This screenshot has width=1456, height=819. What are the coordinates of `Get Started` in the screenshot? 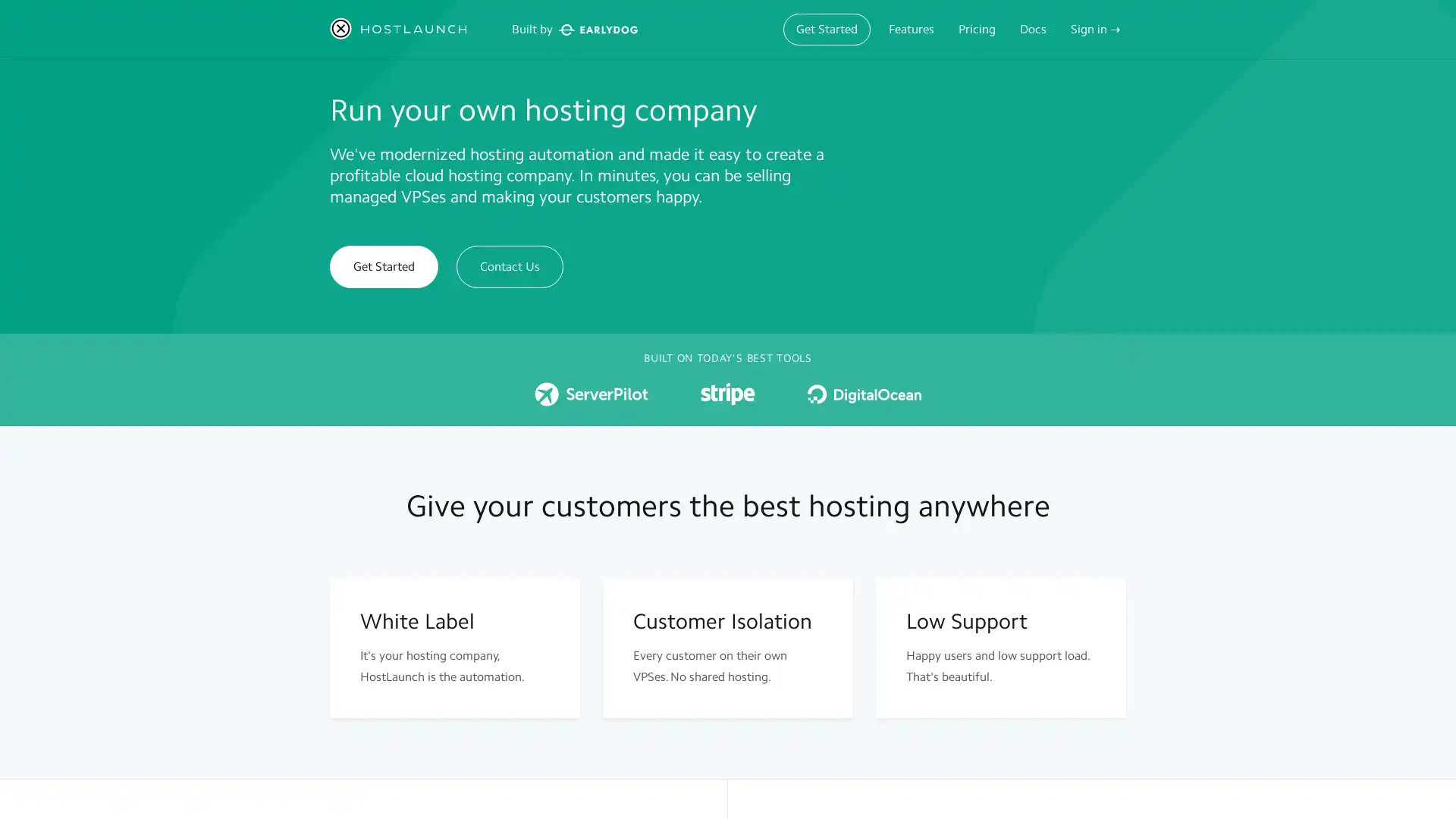 It's located at (826, 29).